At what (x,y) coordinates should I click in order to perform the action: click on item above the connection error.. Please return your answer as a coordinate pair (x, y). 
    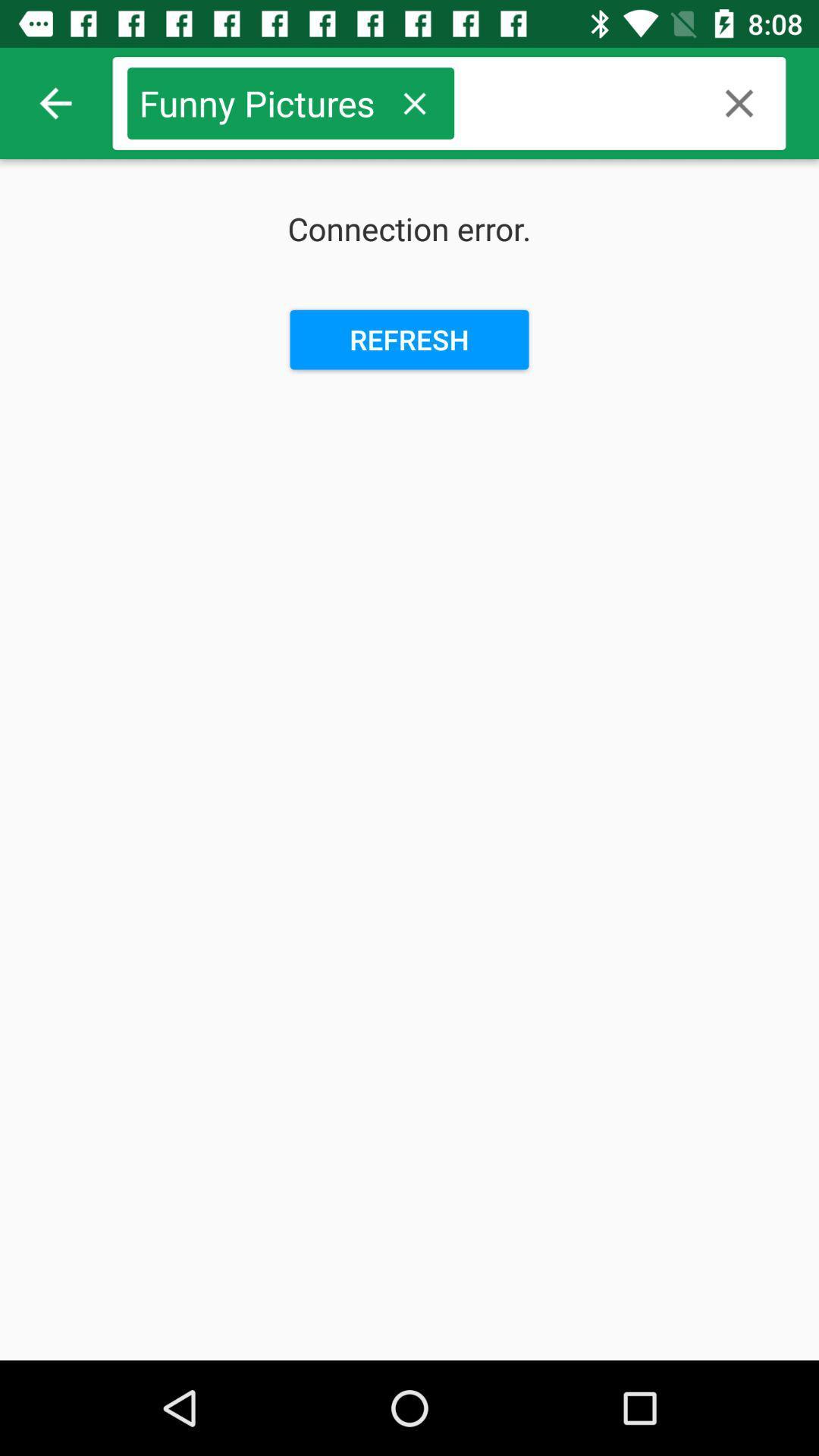
    Looking at the image, I should click on (55, 102).